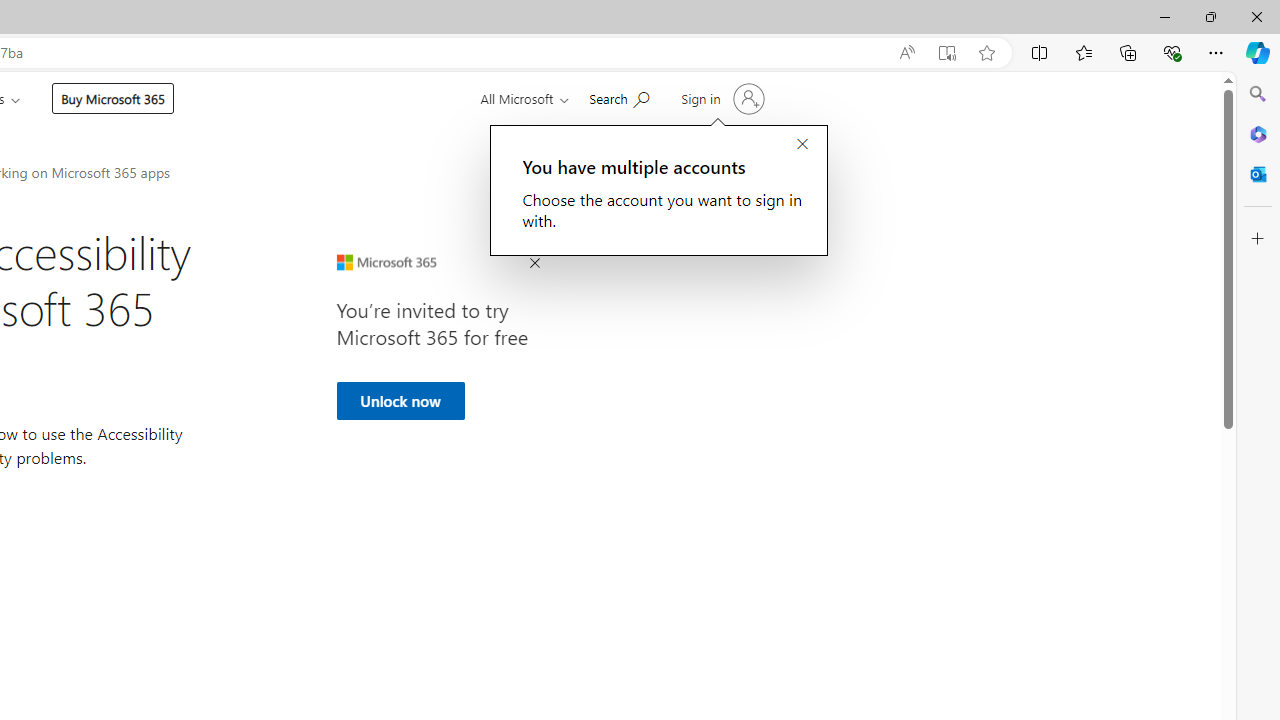 The width and height of the screenshot is (1280, 720). Describe the element at coordinates (1040, 51) in the screenshot. I see `'Split screen'` at that location.